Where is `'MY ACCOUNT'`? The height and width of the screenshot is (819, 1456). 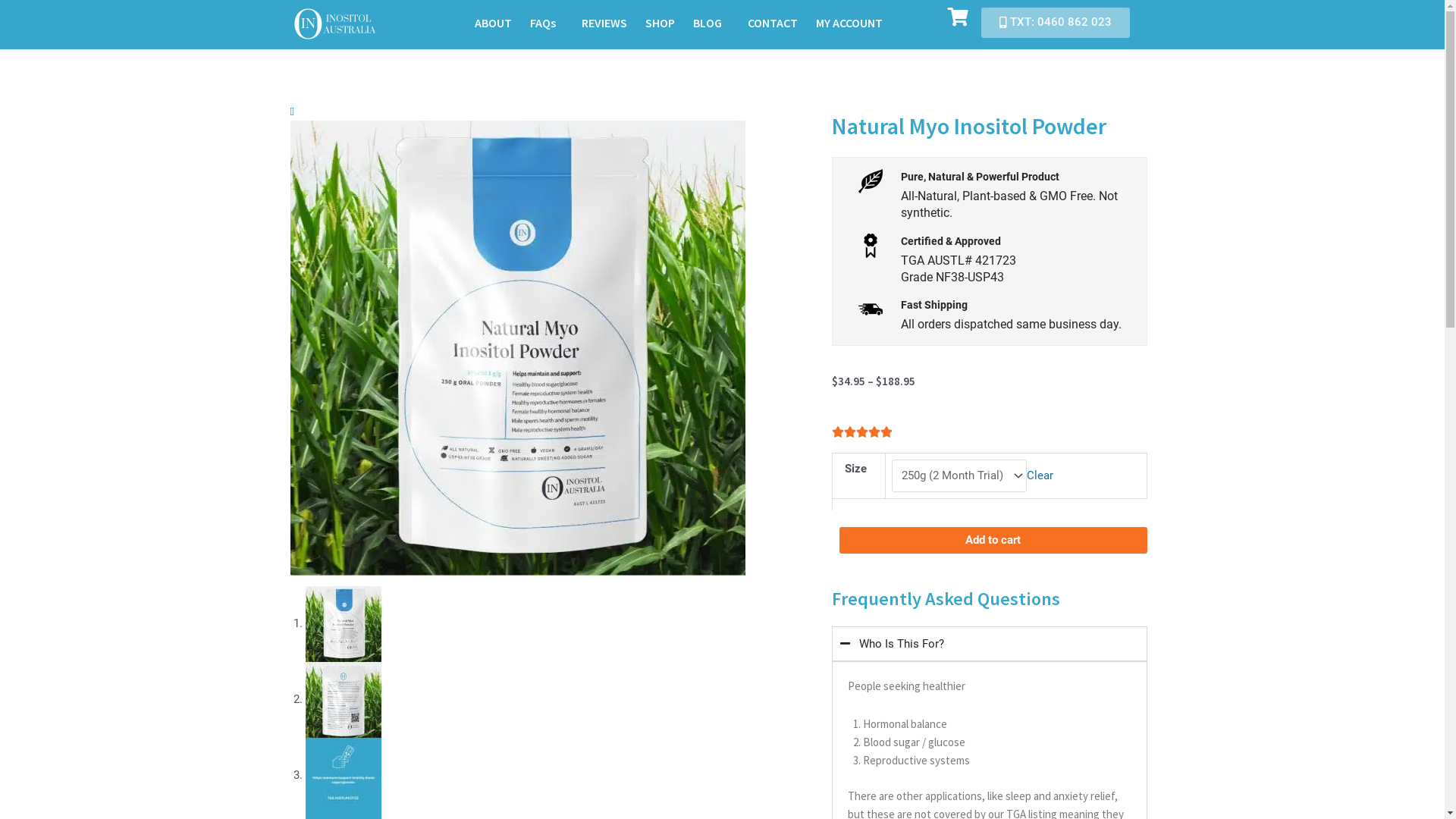
'MY ACCOUNT' is located at coordinates (848, 23).